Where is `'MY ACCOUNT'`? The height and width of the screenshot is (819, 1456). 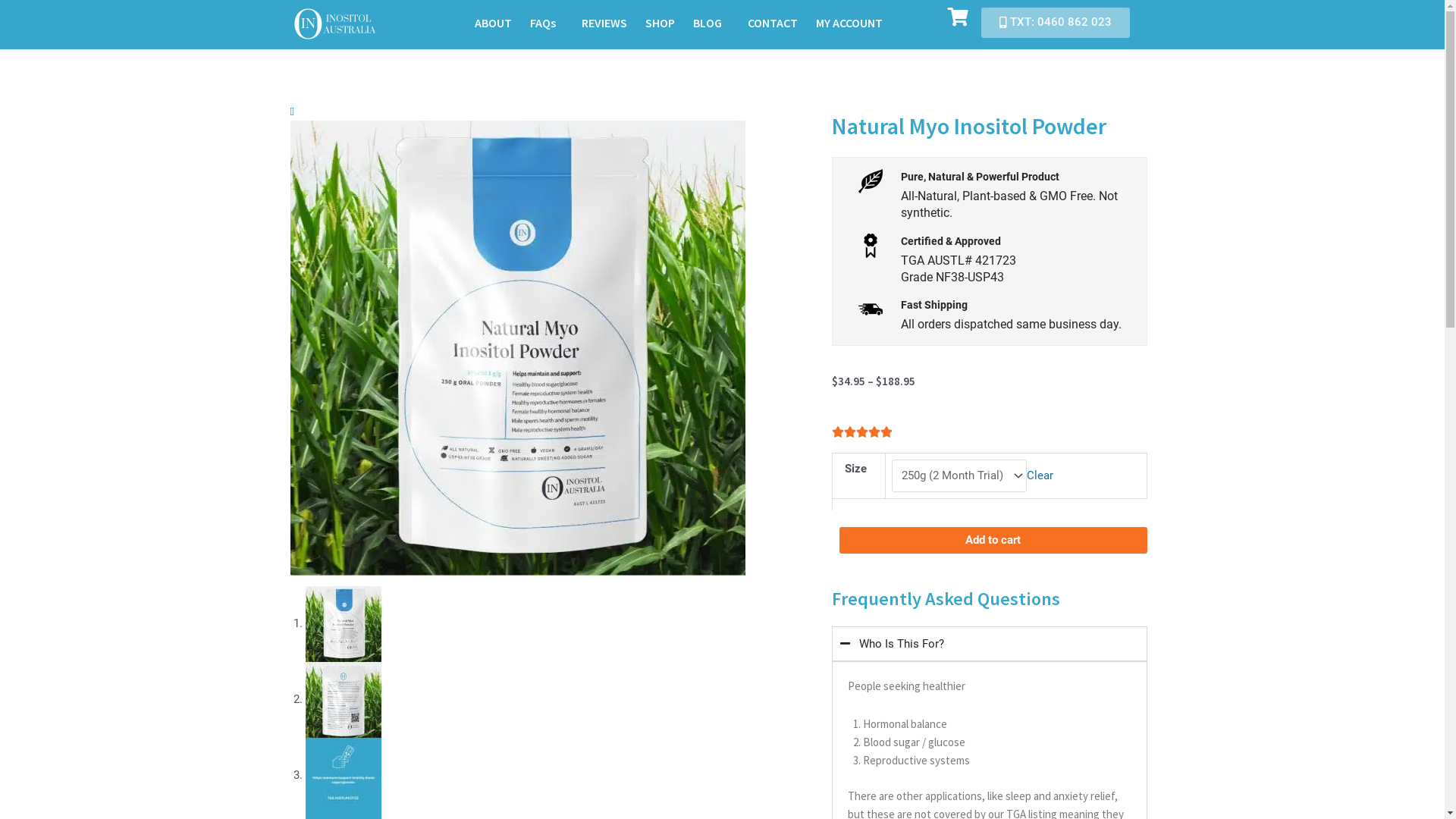
'MY ACCOUNT' is located at coordinates (848, 23).